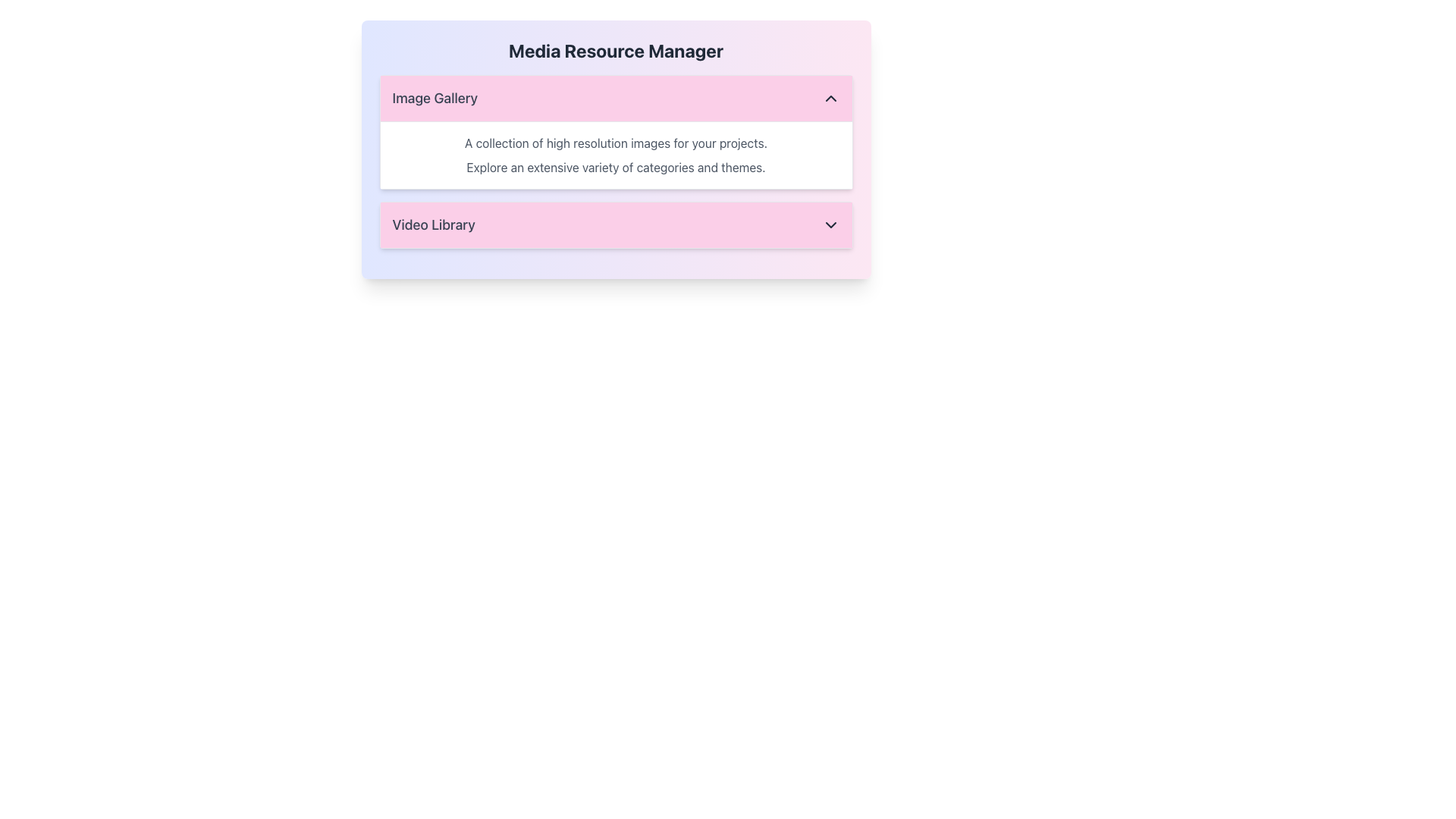 The height and width of the screenshot is (819, 1456). Describe the element at coordinates (434, 99) in the screenshot. I see `on the 'Image Gallery' title text located in the upper pink section of the interface` at that location.